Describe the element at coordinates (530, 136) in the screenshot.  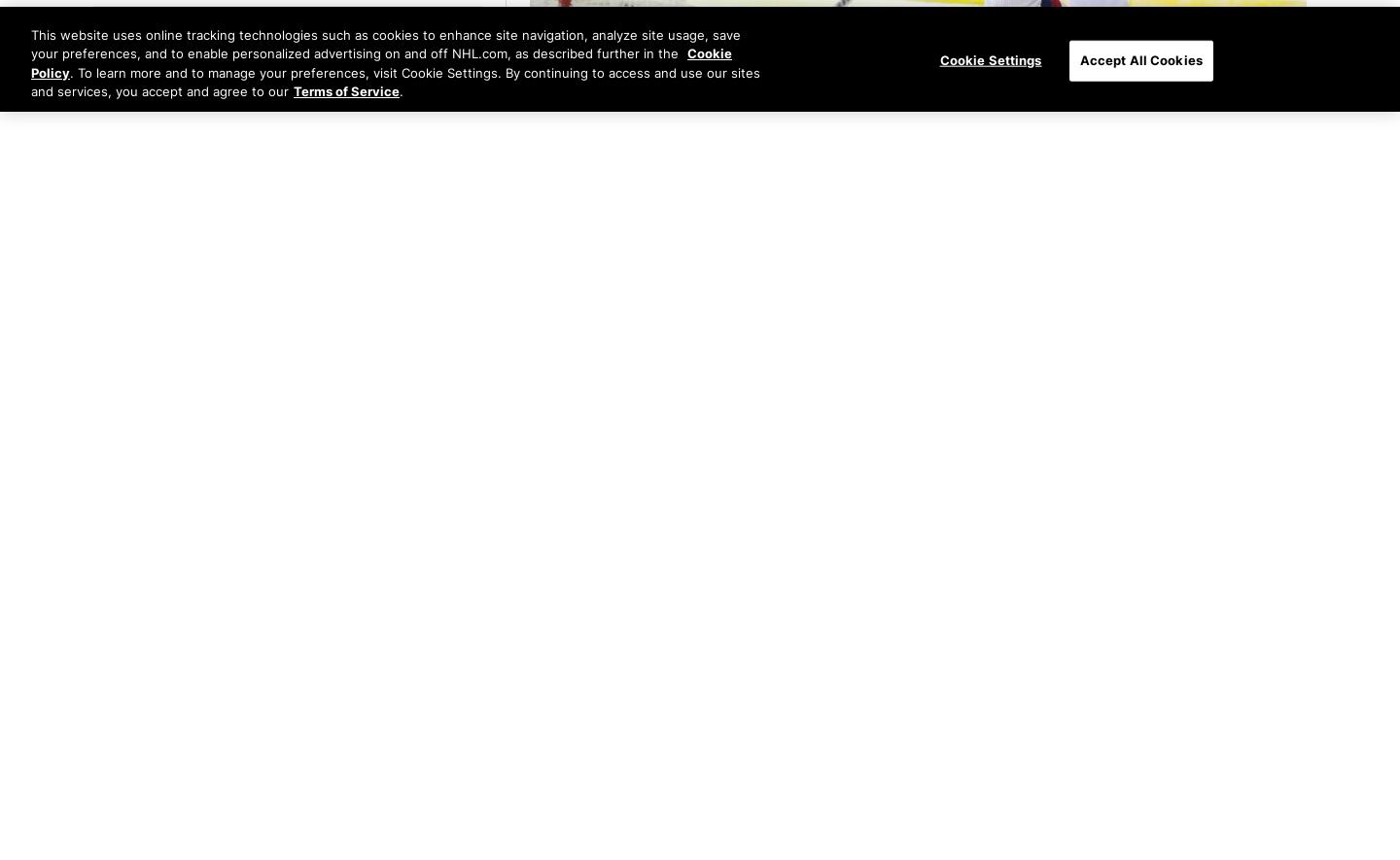
I see `'April 21, 2017'` at that location.